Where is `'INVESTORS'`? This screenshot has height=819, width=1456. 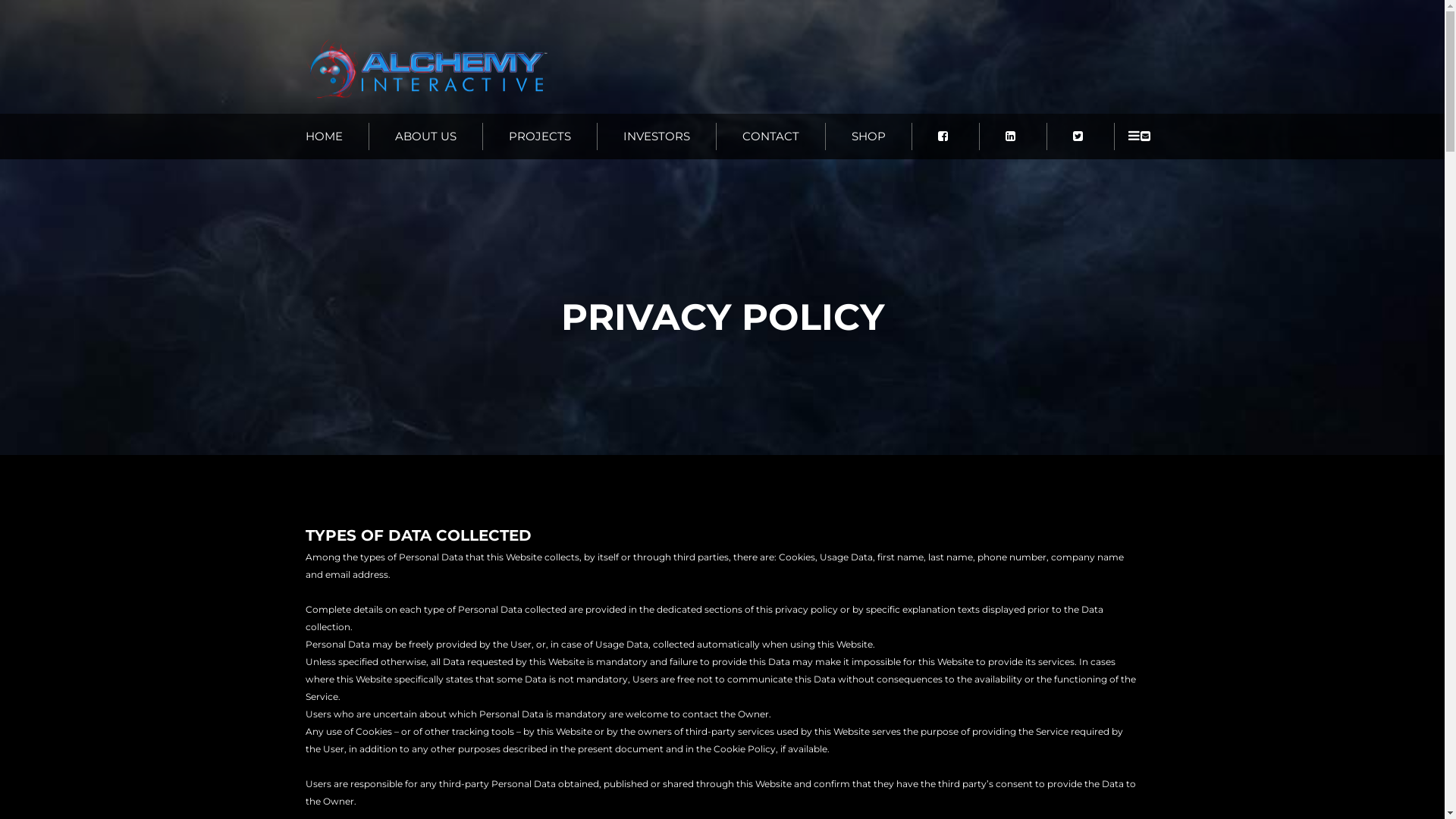 'INVESTORS' is located at coordinates (657, 136).